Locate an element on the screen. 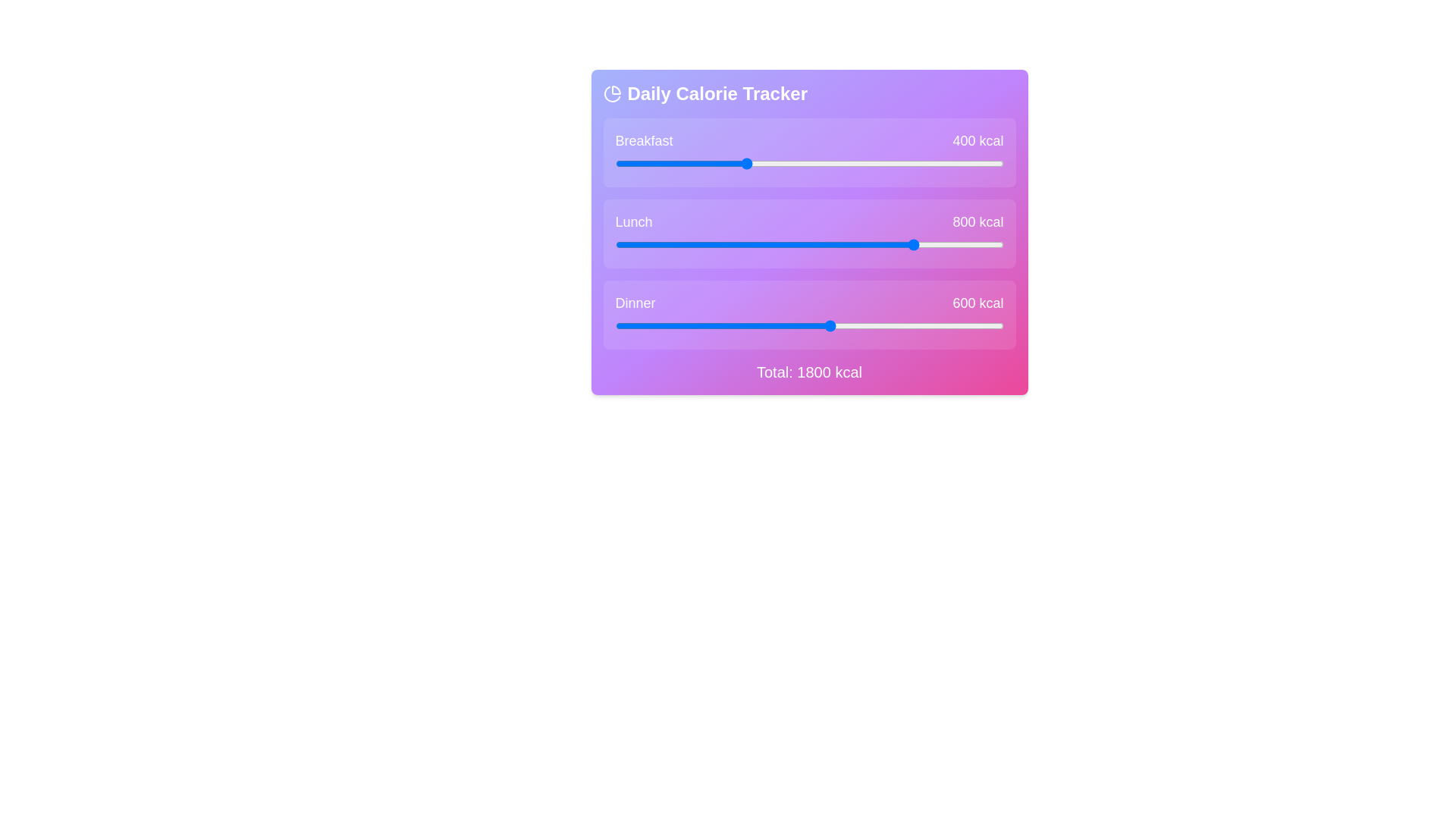  the dinner calorie slider is located at coordinates (861, 325).